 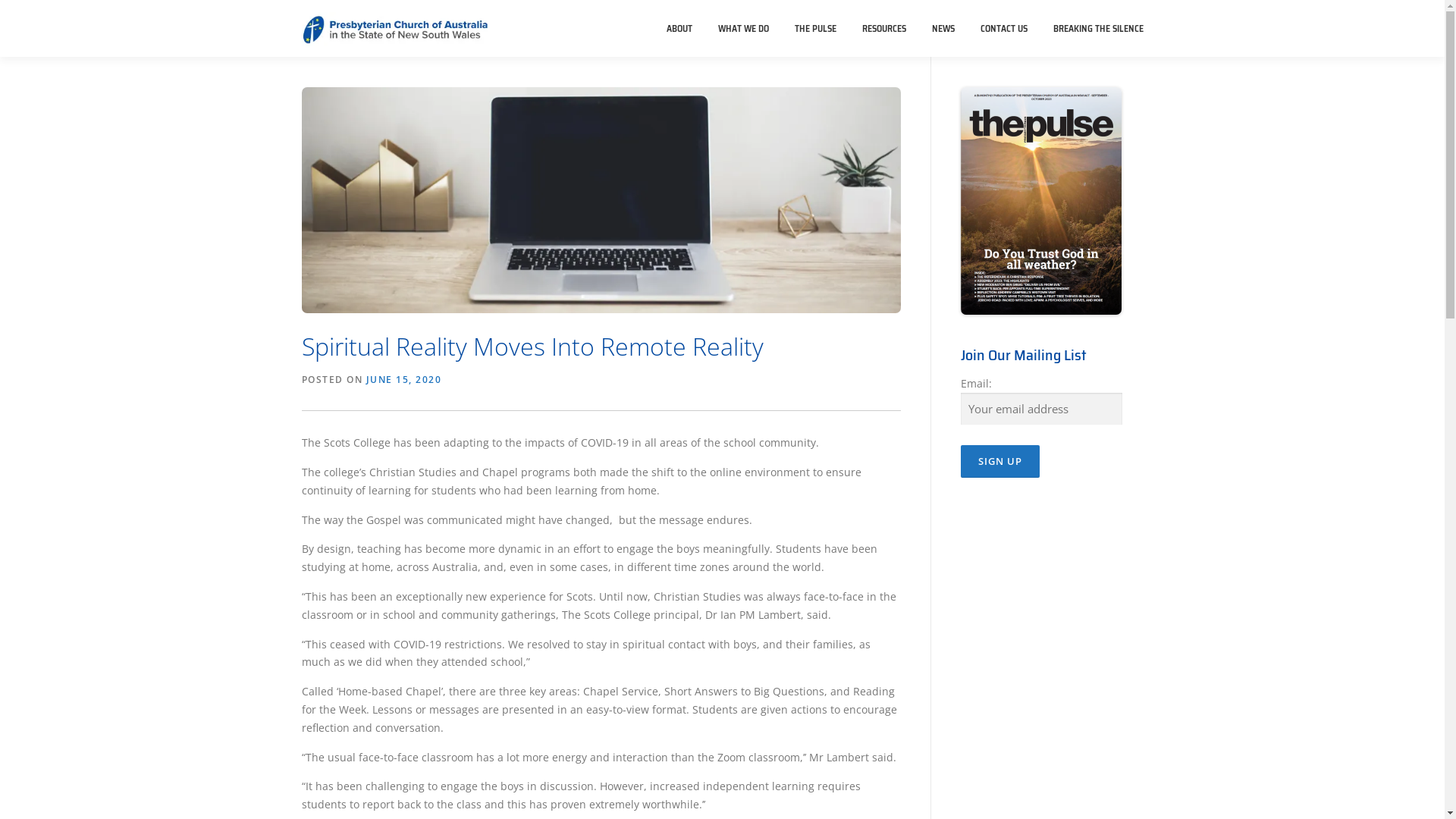 What do you see at coordinates (403, 378) in the screenshot?
I see `'JUNE 15, 2020'` at bounding box center [403, 378].